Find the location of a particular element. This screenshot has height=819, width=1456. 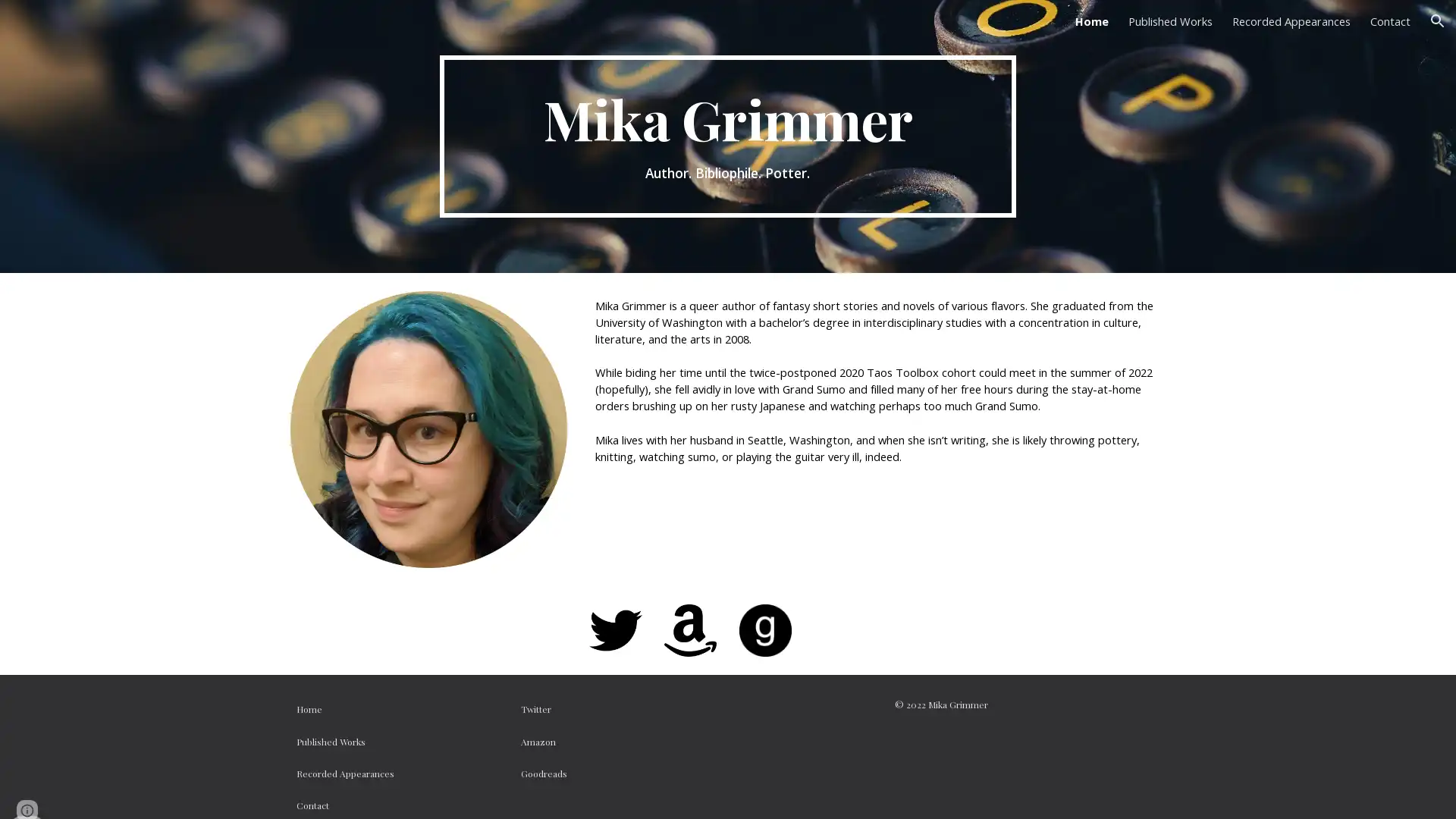

Skip to navigation is located at coordinates (864, 28).